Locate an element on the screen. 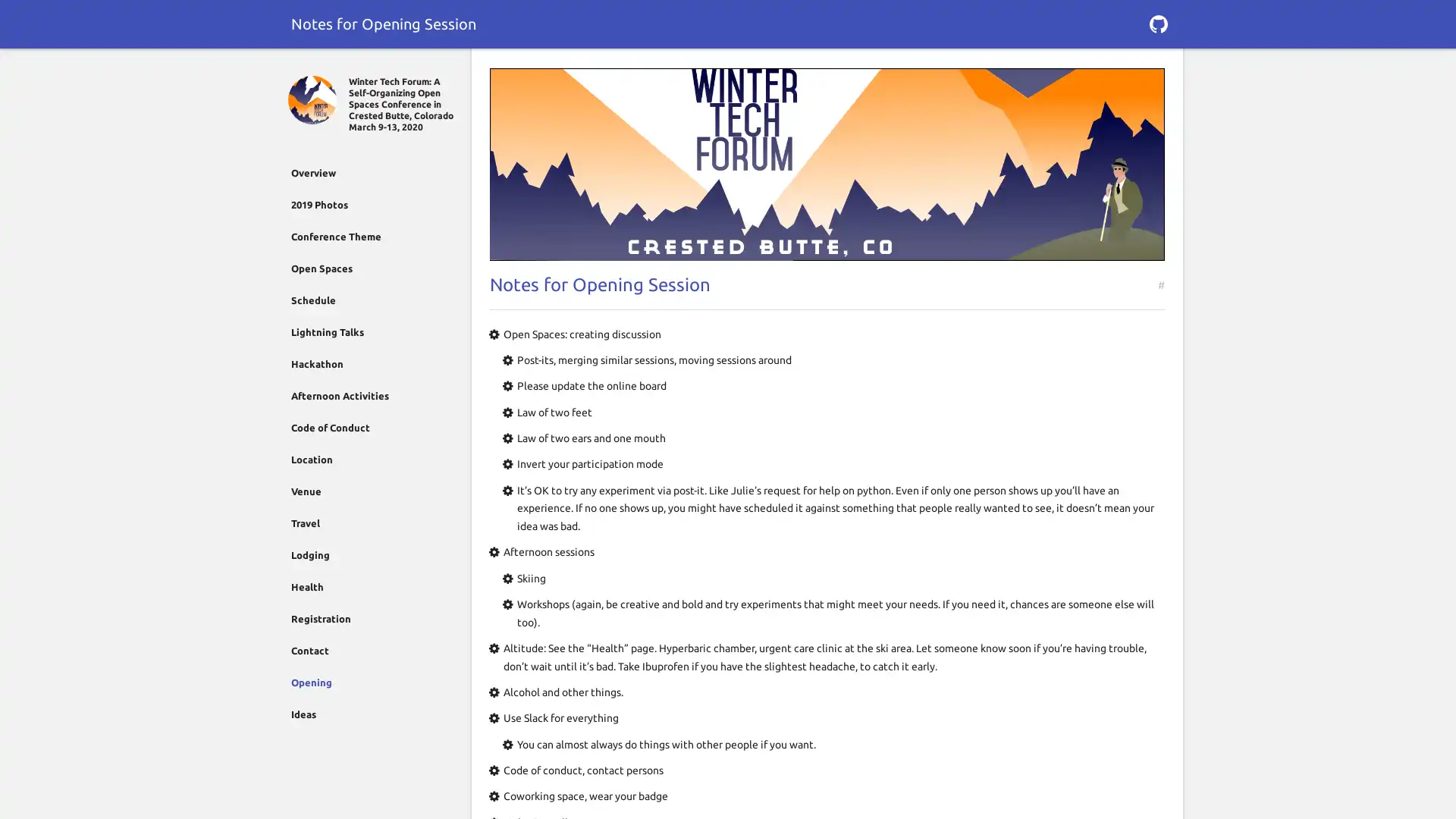 The height and width of the screenshot is (819, 1456). Search is located at coordinates (1157, 66).